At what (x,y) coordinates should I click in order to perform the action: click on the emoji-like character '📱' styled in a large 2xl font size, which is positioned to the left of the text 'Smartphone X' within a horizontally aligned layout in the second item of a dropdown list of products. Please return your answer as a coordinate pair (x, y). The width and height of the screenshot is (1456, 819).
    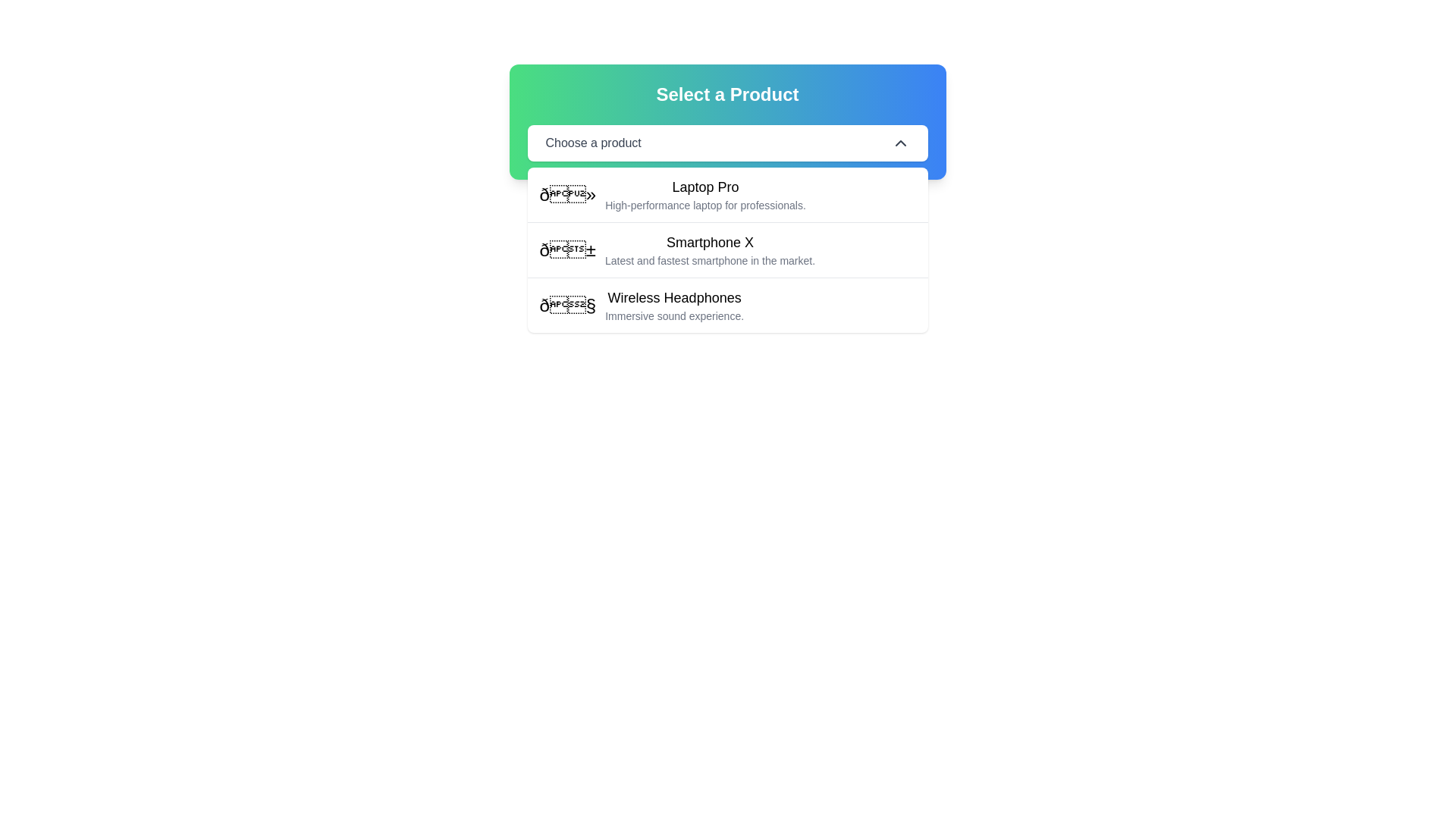
    Looking at the image, I should click on (566, 249).